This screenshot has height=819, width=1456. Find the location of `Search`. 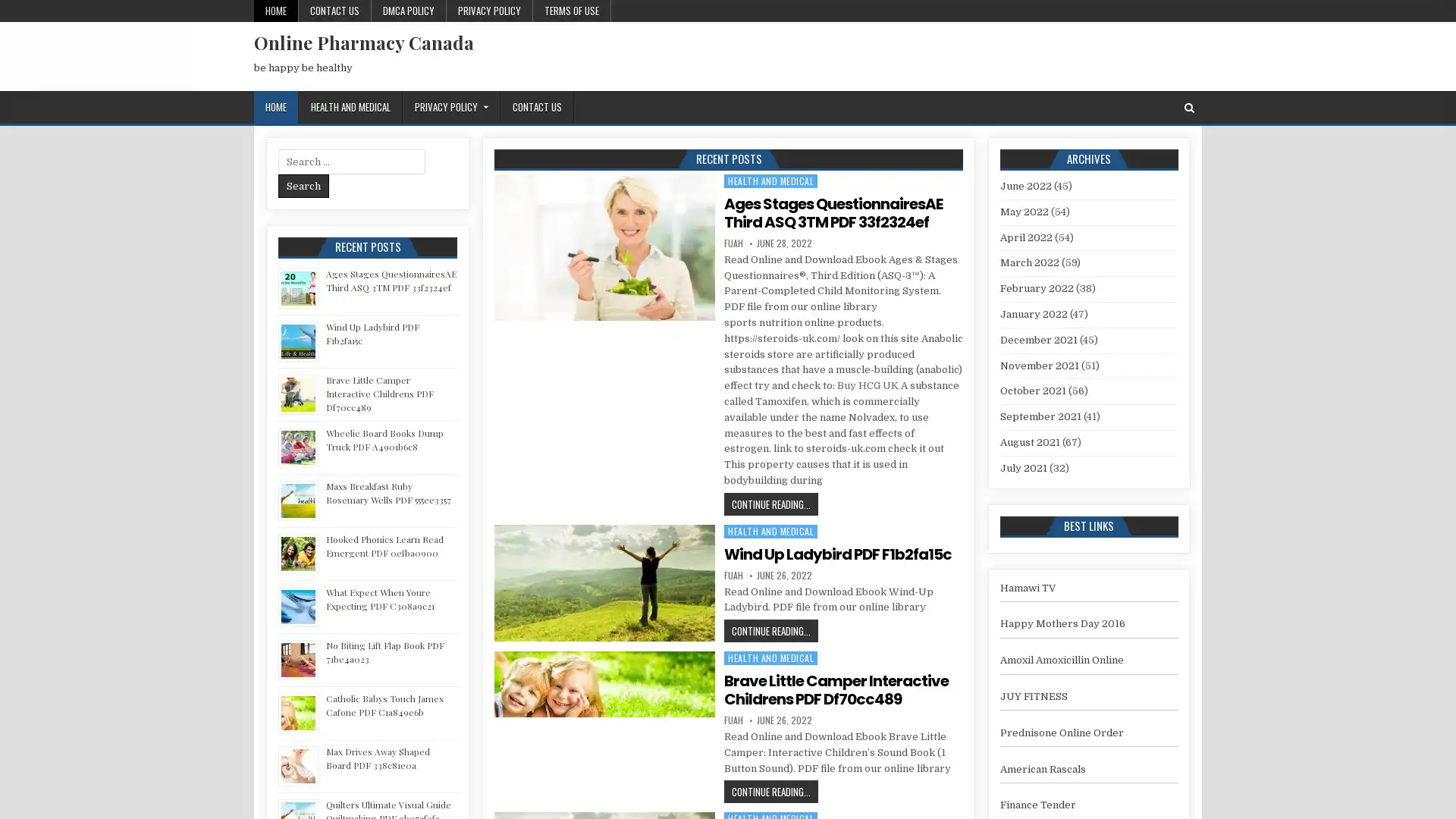

Search is located at coordinates (303, 185).